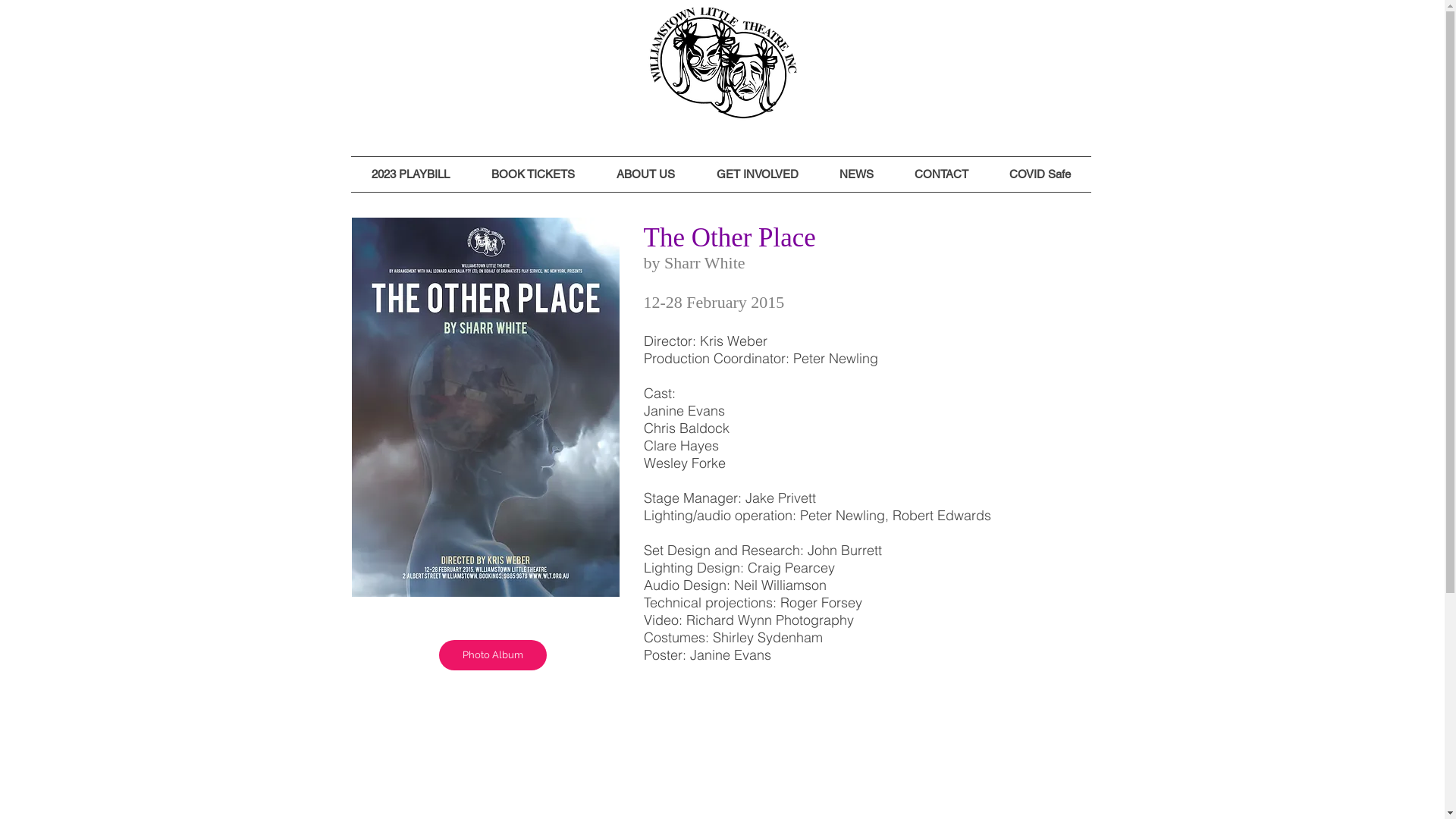 This screenshot has height=819, width=1456. What do you see at coordinates (1039, 174) in the screenshot?
I see `'COVID Safe'` at bounding box center [1039, 174].